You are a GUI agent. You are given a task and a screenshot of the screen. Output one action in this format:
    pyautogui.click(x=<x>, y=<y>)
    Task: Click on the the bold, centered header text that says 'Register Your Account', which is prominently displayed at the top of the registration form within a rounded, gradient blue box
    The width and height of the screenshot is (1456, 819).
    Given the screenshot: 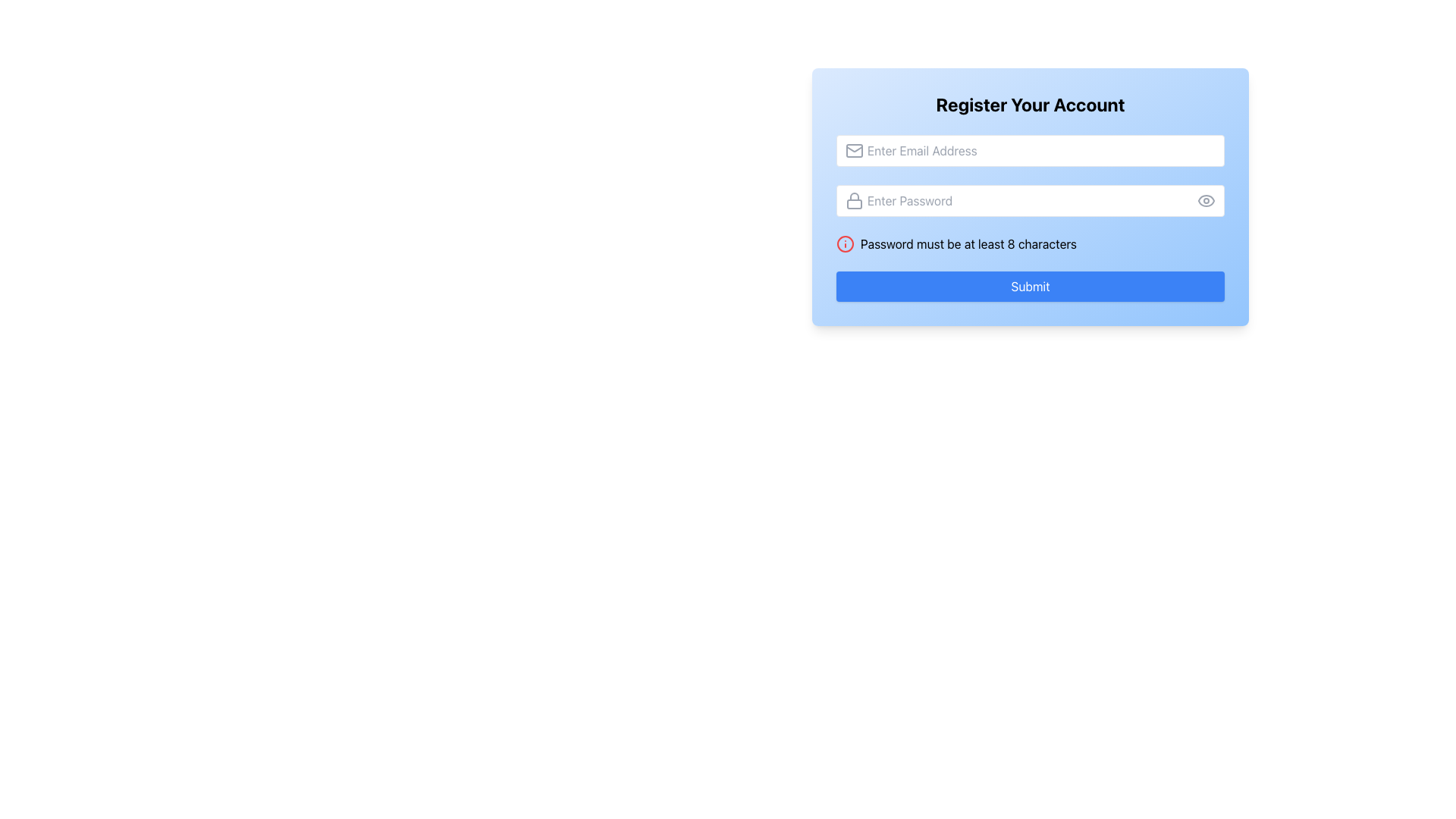 What is the action you would take?
    pyautogui.click(x=1030, y=104)
    